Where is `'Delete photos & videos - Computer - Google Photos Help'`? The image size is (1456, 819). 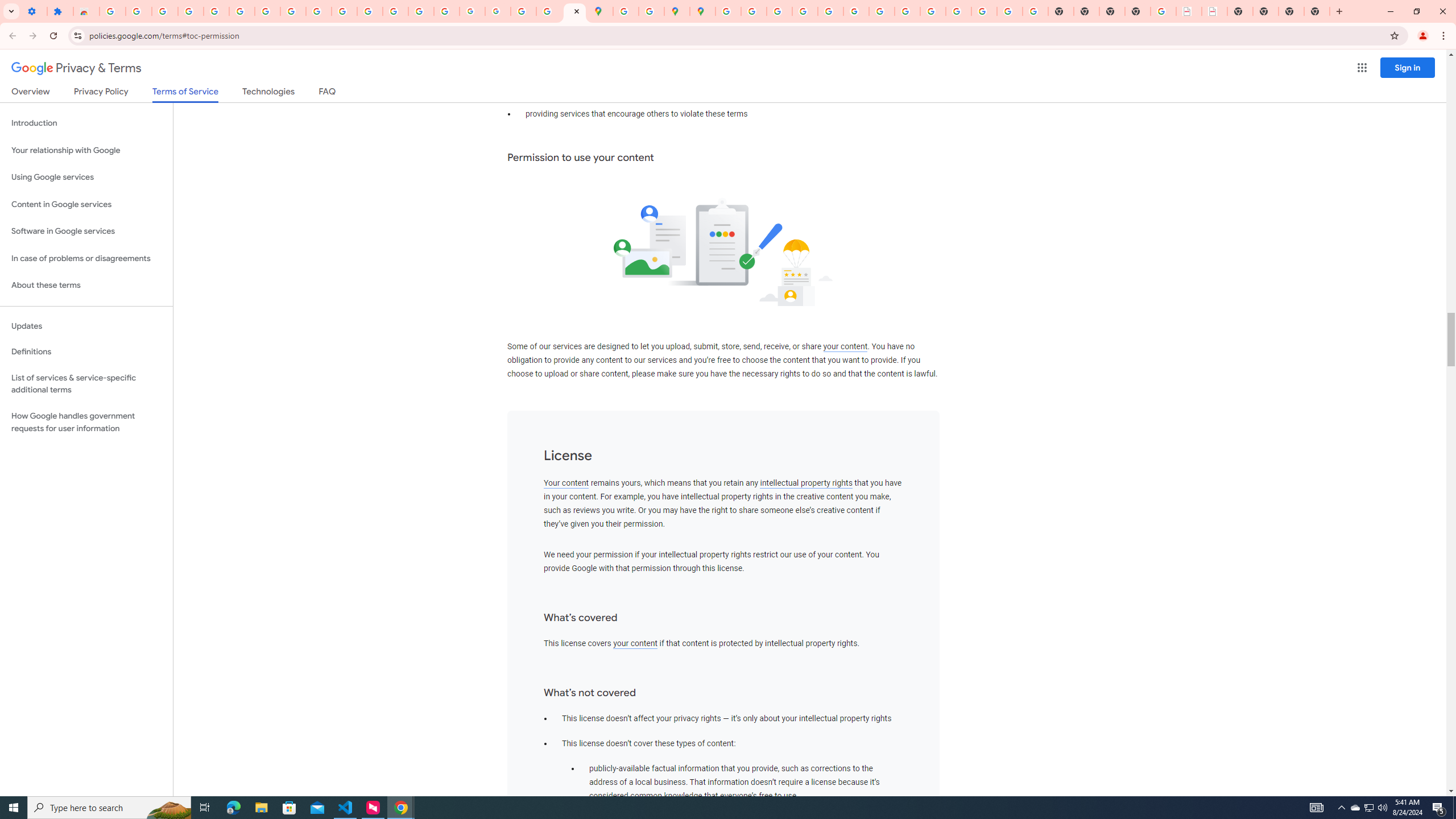 'Delete photos & videos - Computer - Google Photos Help' is located at coordinates (164, 11).